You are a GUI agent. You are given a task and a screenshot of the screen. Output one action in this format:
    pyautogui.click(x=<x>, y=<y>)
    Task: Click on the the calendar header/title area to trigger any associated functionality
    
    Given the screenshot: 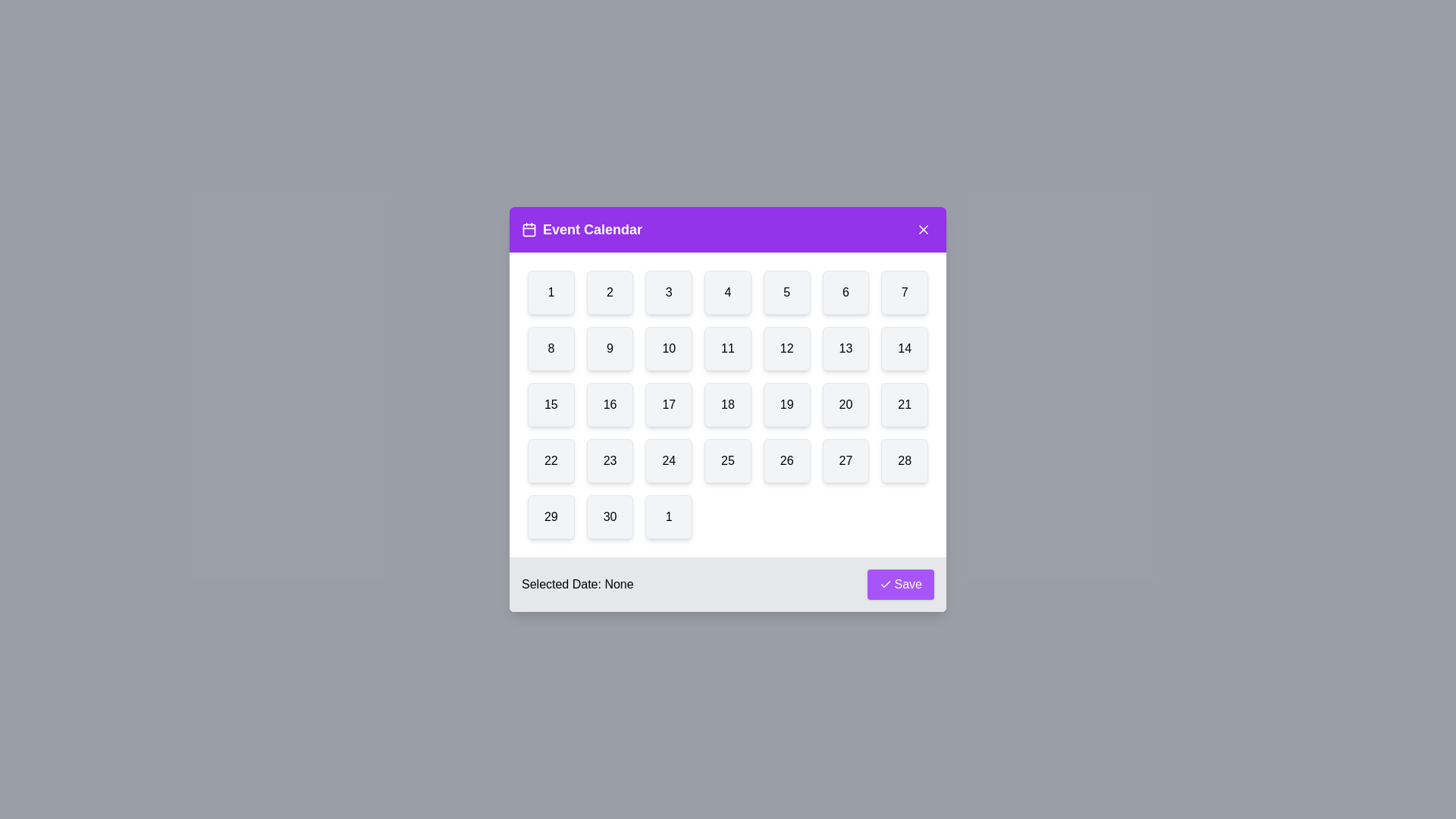 What is the action you would take?
    pyautogui.click(x=728, y=230)
    